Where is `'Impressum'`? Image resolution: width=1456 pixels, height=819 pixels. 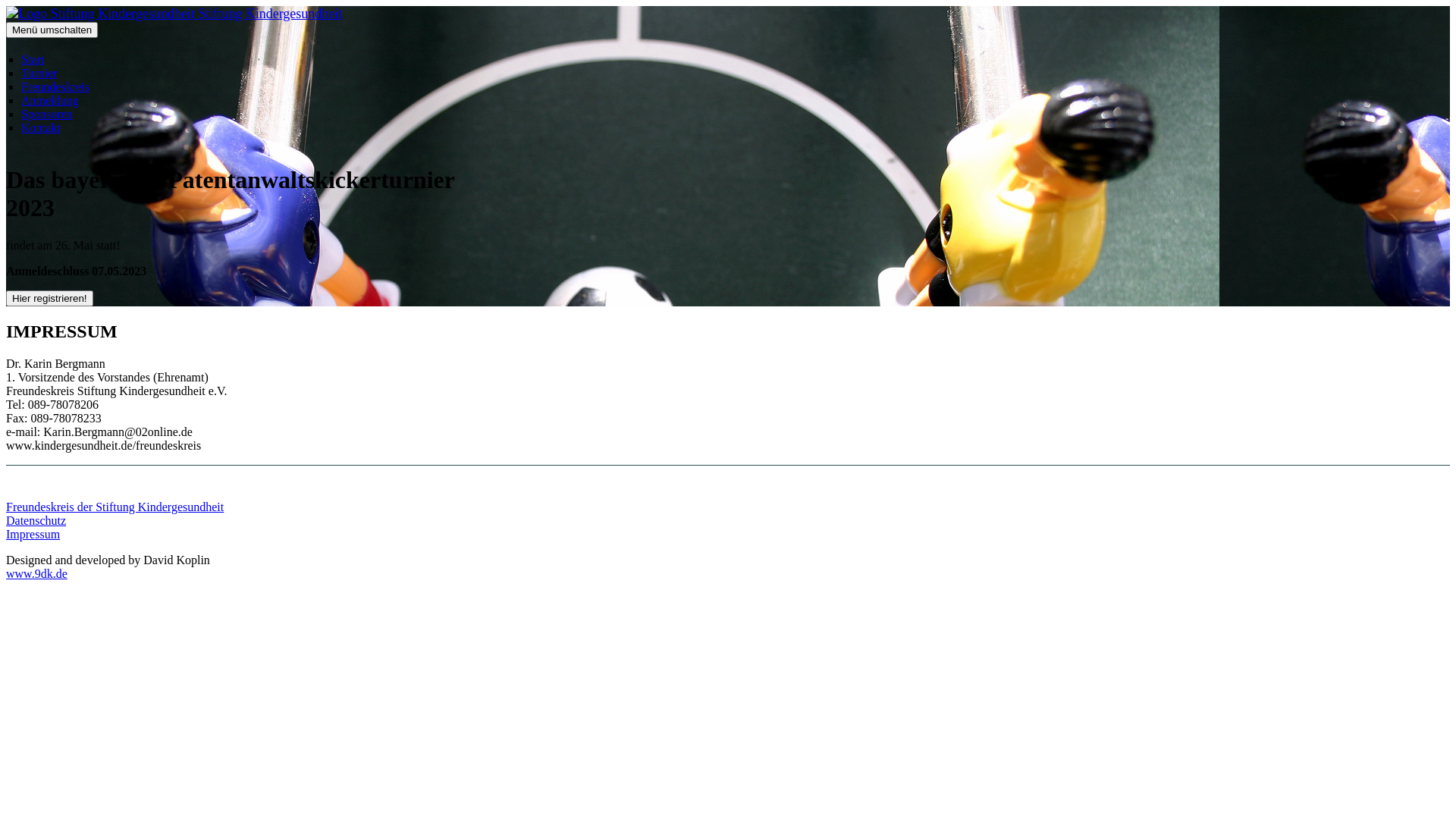 'Impressum' is located at coordinates (33, 533).